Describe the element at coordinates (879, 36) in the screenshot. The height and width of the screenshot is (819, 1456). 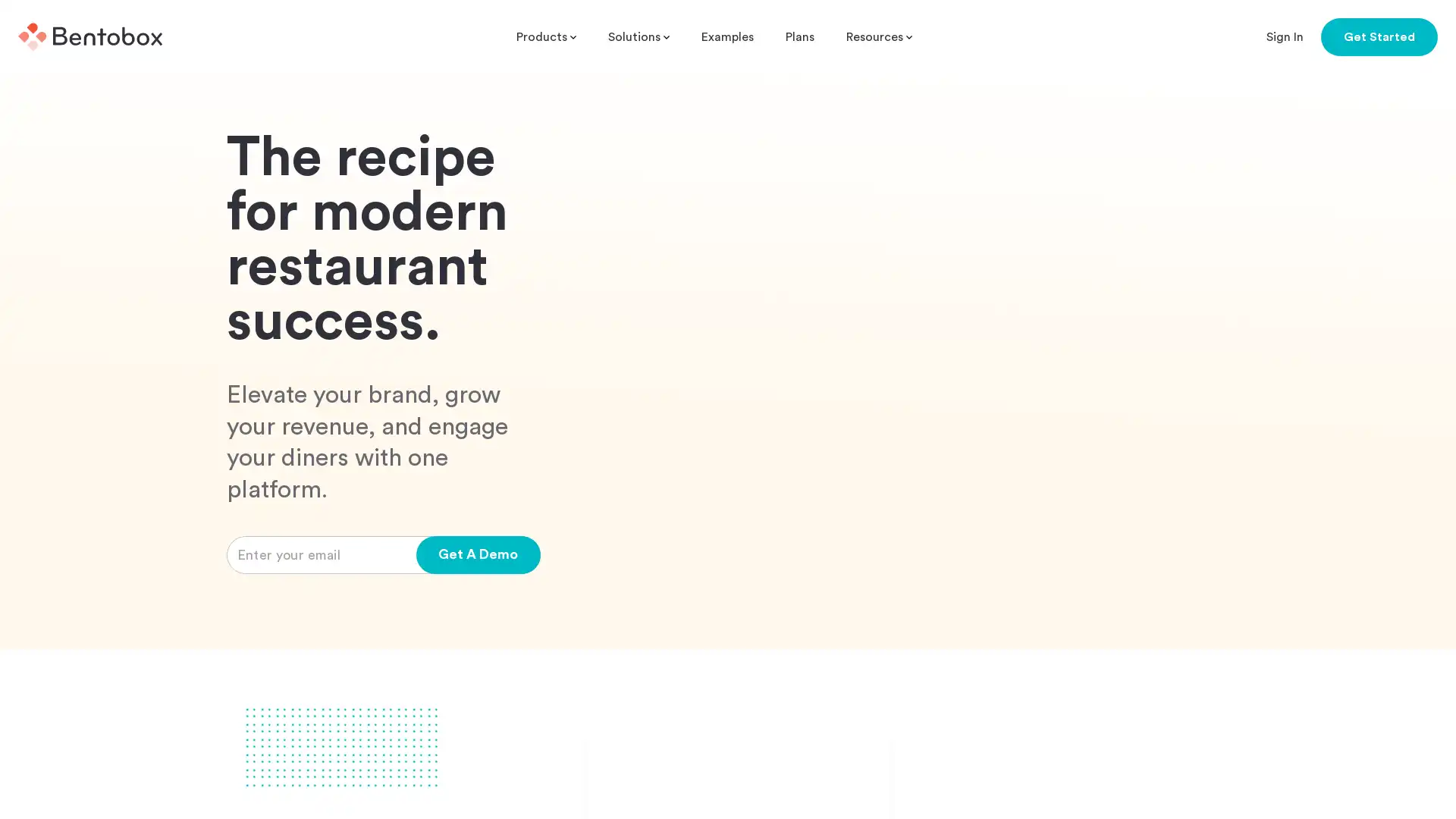
I see `Resources` at that location.